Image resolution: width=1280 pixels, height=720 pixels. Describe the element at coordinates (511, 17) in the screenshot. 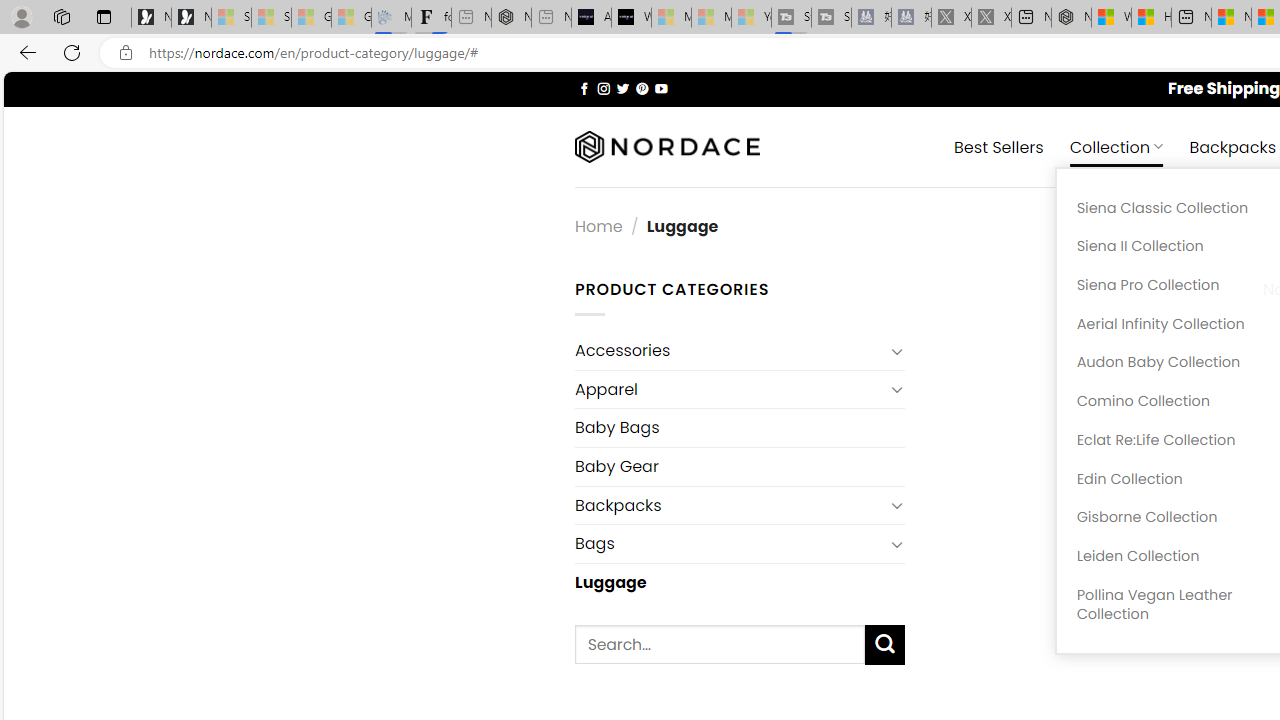

I see `'Nordace - #1 Japanese Best-Seller - Siena Smart Backpack'` at that location.